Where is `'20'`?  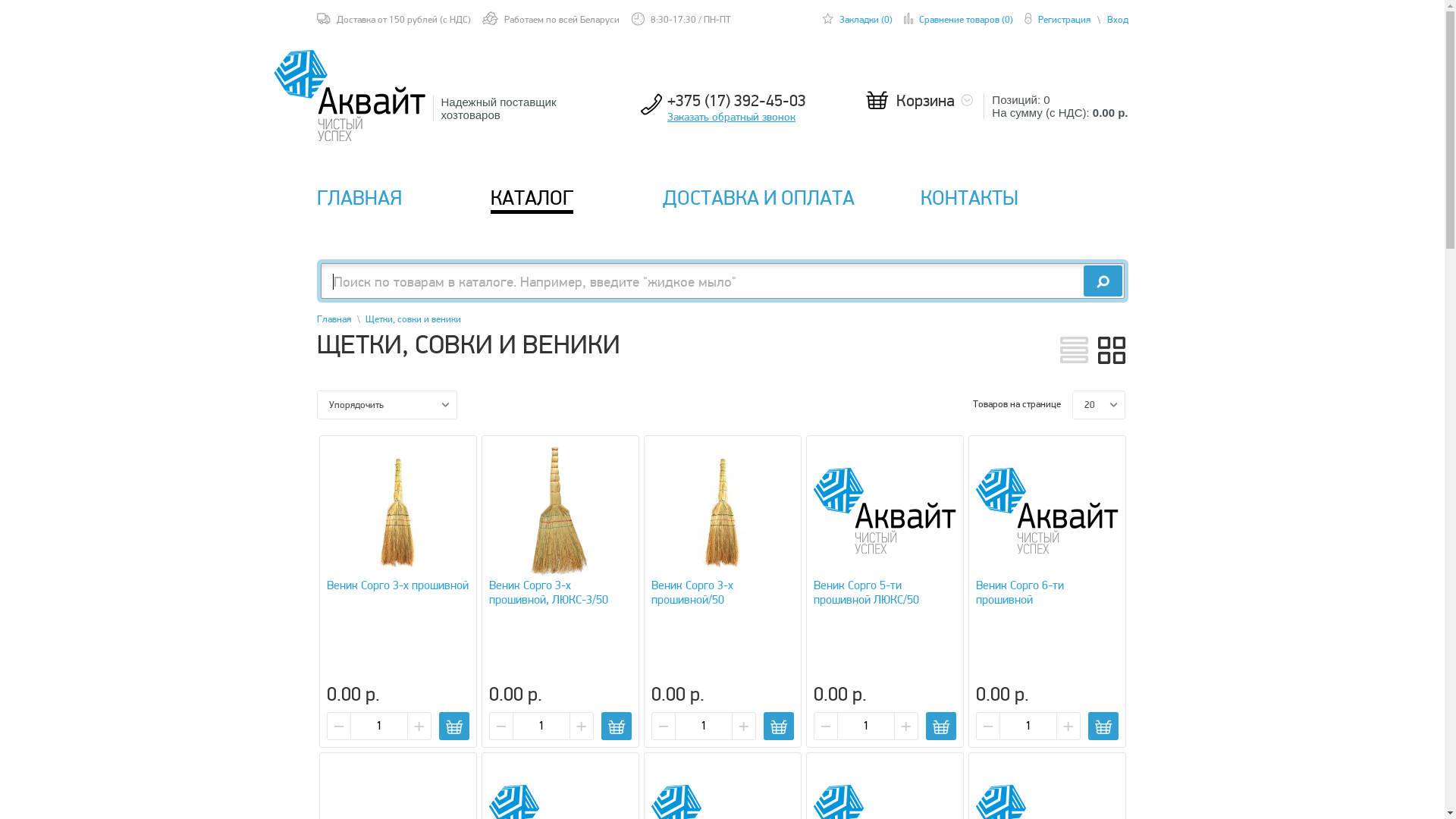 '20' is located at coordinates (1072, 403).